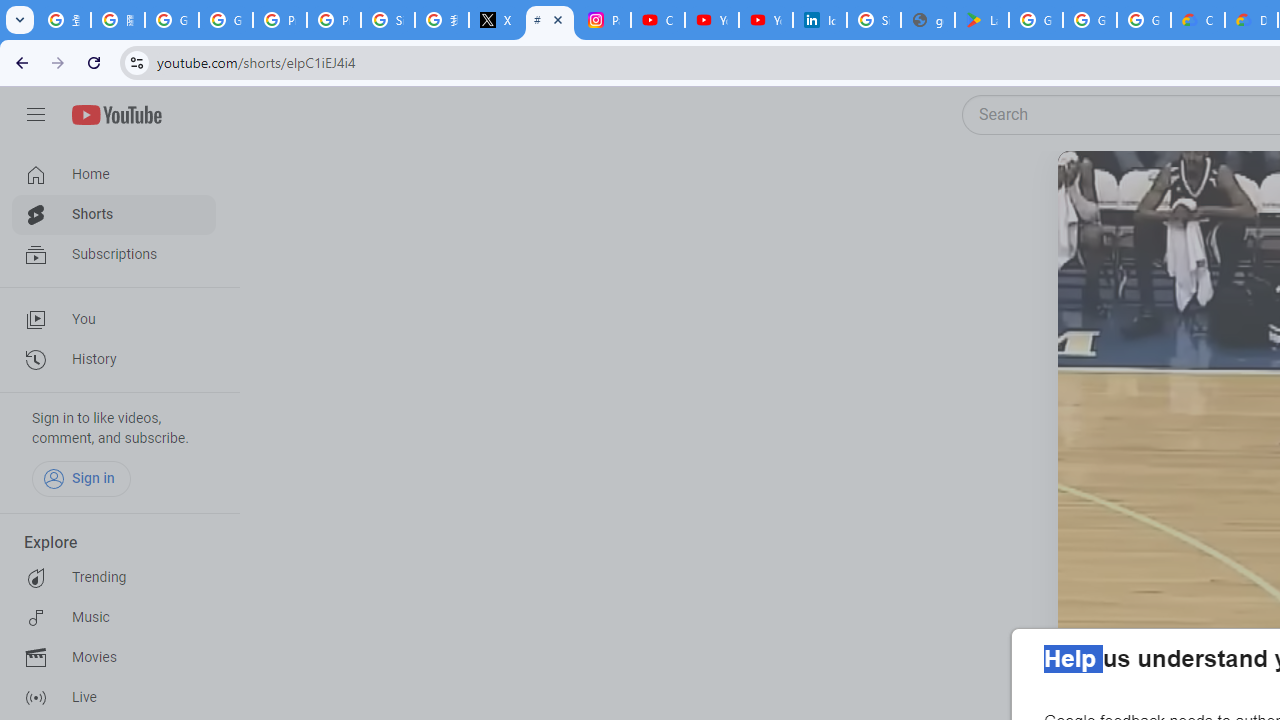  I want to click on 'Live', so click(112, 697).